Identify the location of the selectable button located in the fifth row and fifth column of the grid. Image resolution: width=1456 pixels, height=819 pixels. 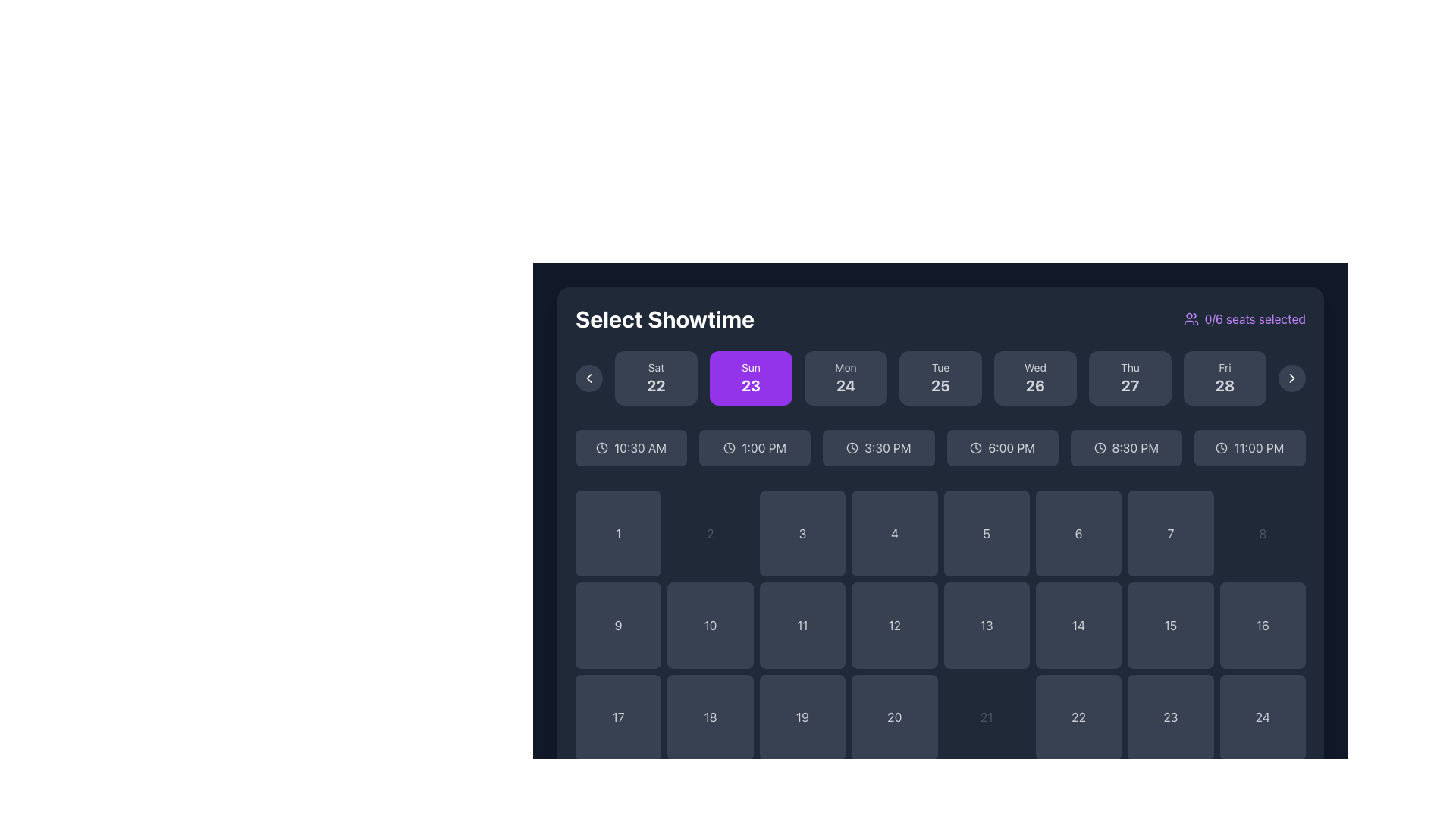
(987, 626).